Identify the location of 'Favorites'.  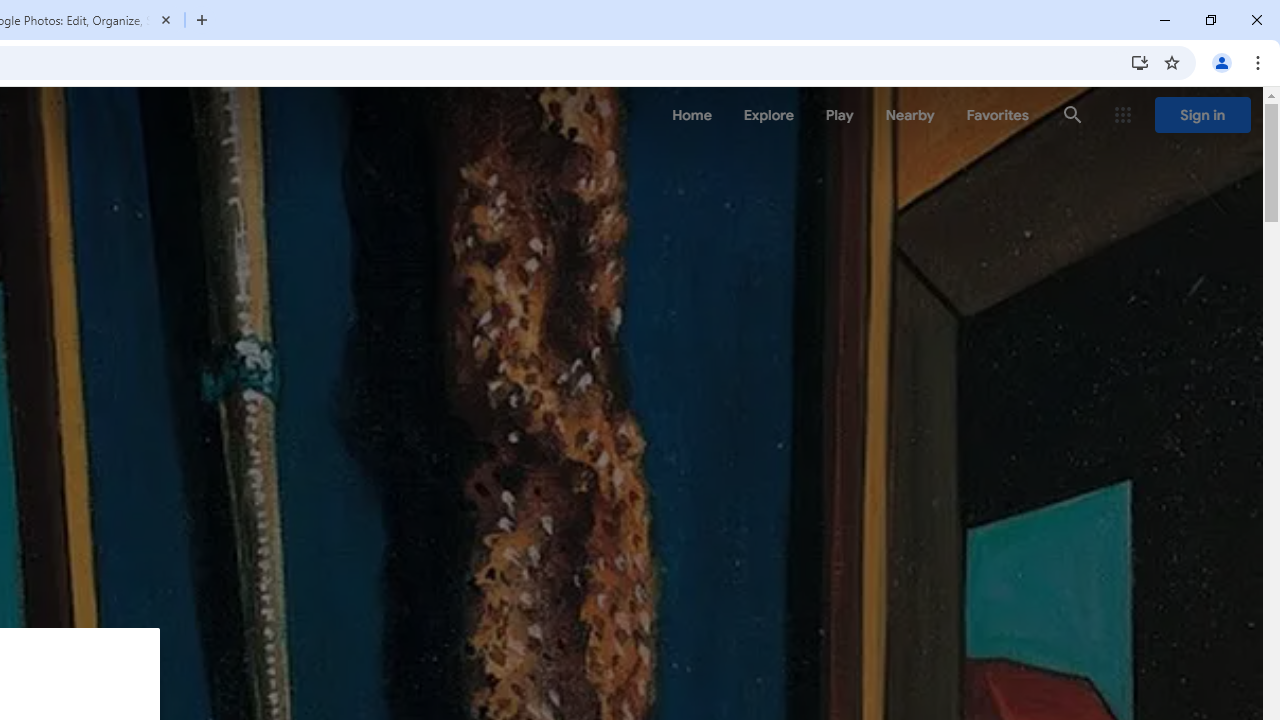
(997, 115).